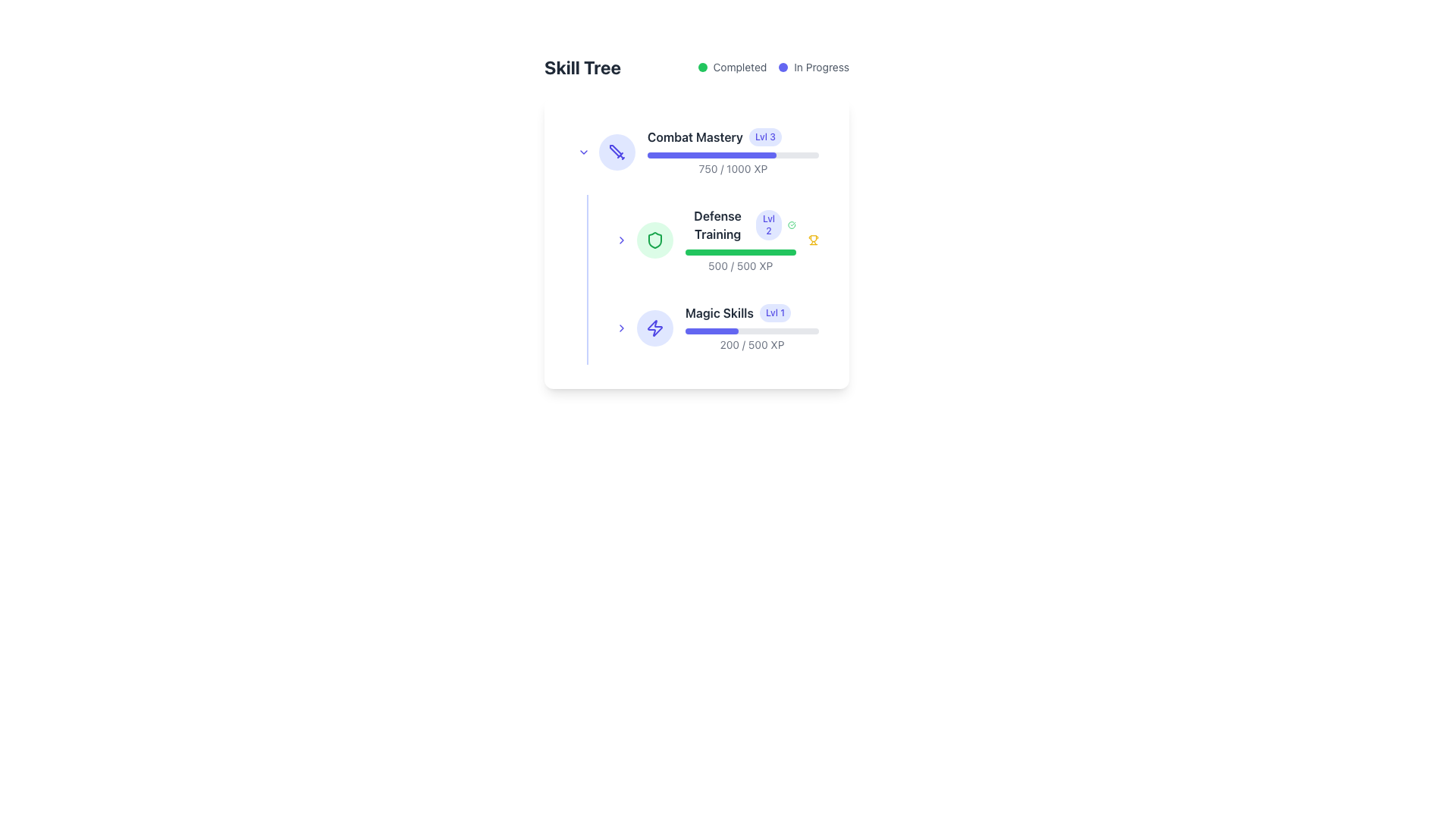 Image resolution: width=1456 pixels, height=819 pixels. I want to click on the circular Icon button with a light indigo background and a sword icon, located in the top-left corner of the 'Combat Mastery' section, so click(617, 152).